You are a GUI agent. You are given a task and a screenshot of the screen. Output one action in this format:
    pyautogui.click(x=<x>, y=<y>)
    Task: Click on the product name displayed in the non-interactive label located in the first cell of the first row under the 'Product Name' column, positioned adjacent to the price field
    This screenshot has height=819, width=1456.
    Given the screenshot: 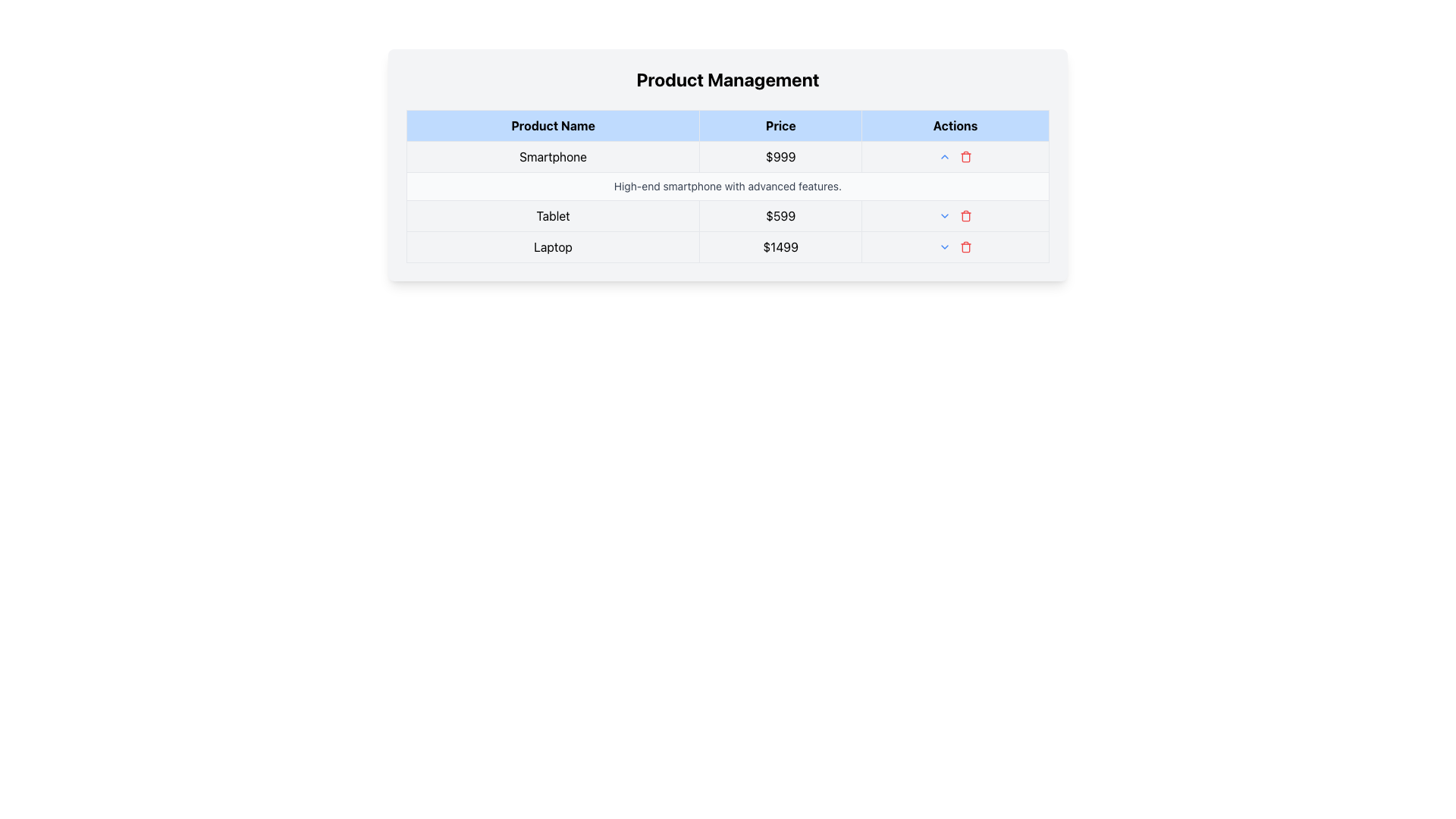 What is the action you would take?
    pyautogui.click(x=552, y=157)
    